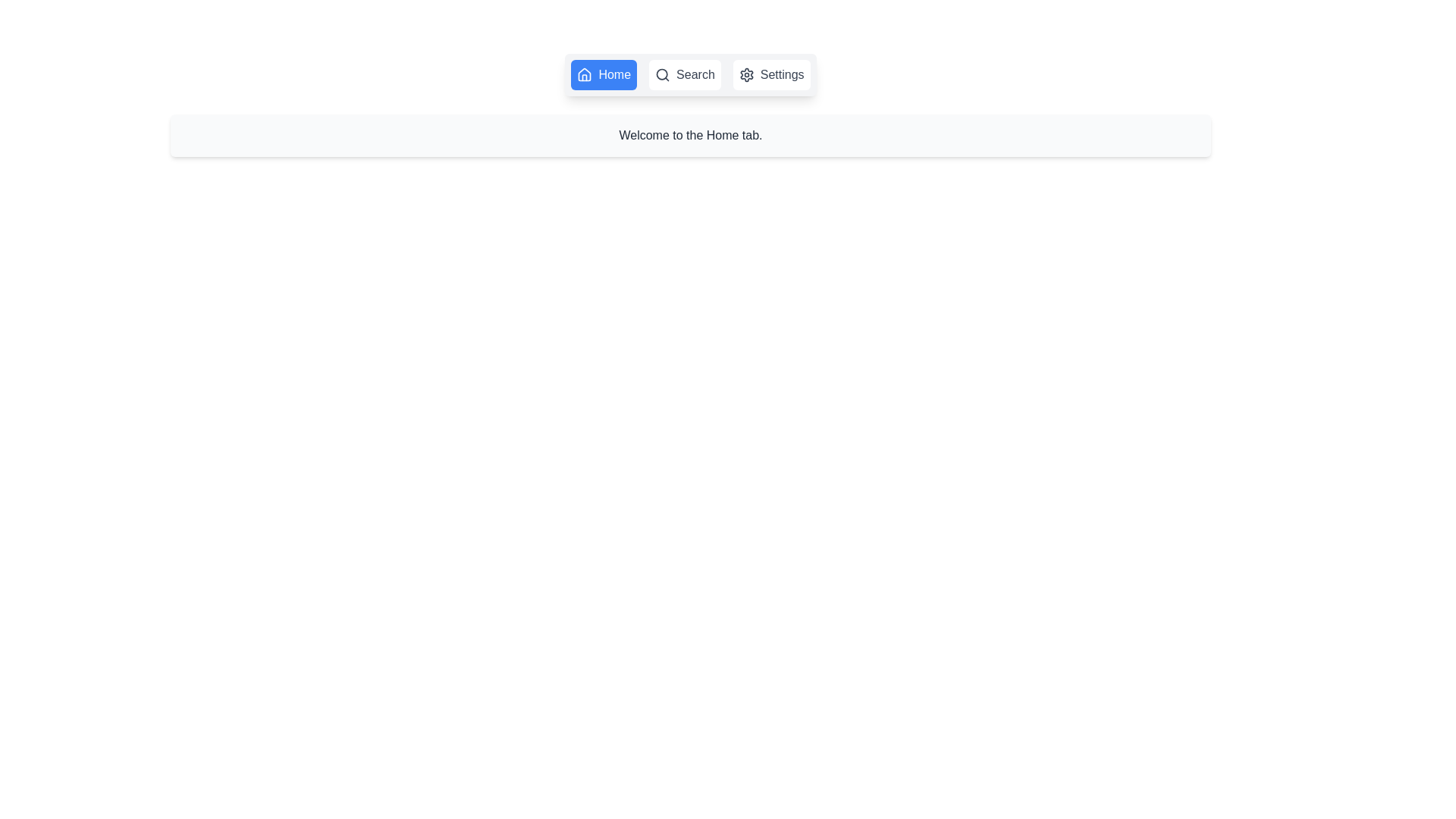  I want to click on the 'Settings' button, which is a rectangular button with a white background and gray text, so click(771, 75).